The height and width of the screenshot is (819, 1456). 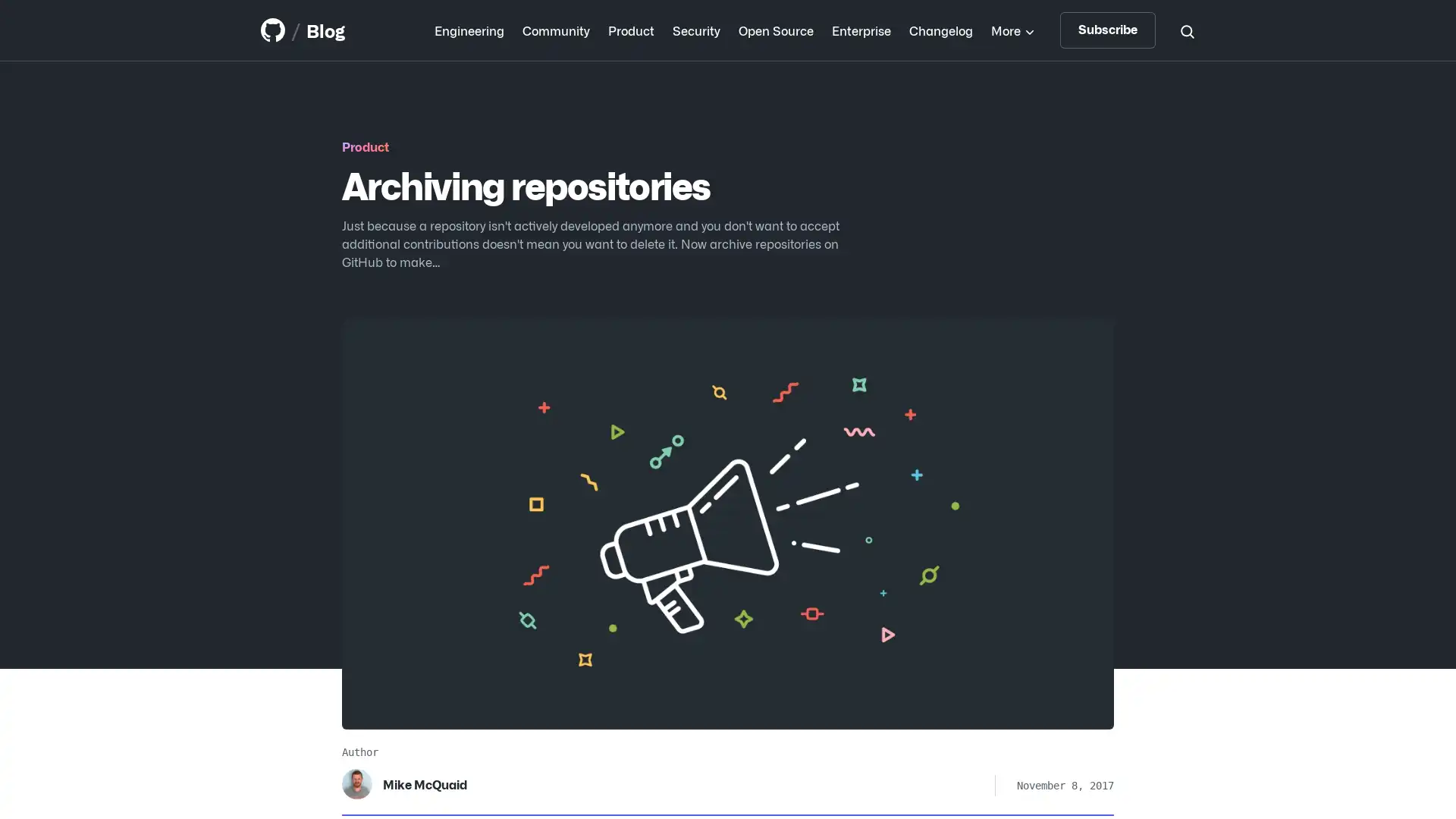 What do you see at coordinates (1186, 29) in the screenshot?
I see `Search toggle` at bounding box center [1186, 29].